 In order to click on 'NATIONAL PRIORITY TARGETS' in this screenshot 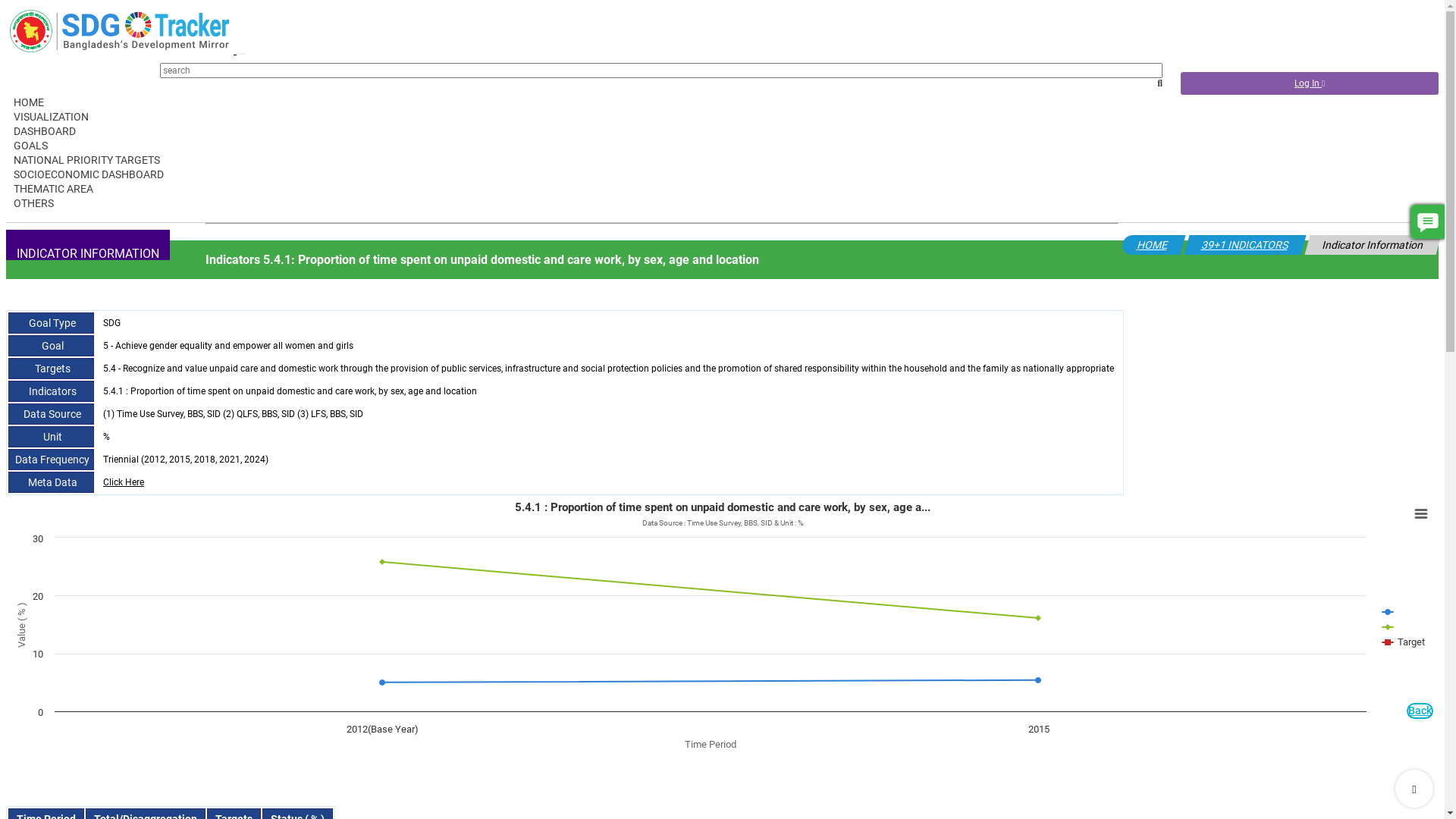, I will do `click(6, 160)`.